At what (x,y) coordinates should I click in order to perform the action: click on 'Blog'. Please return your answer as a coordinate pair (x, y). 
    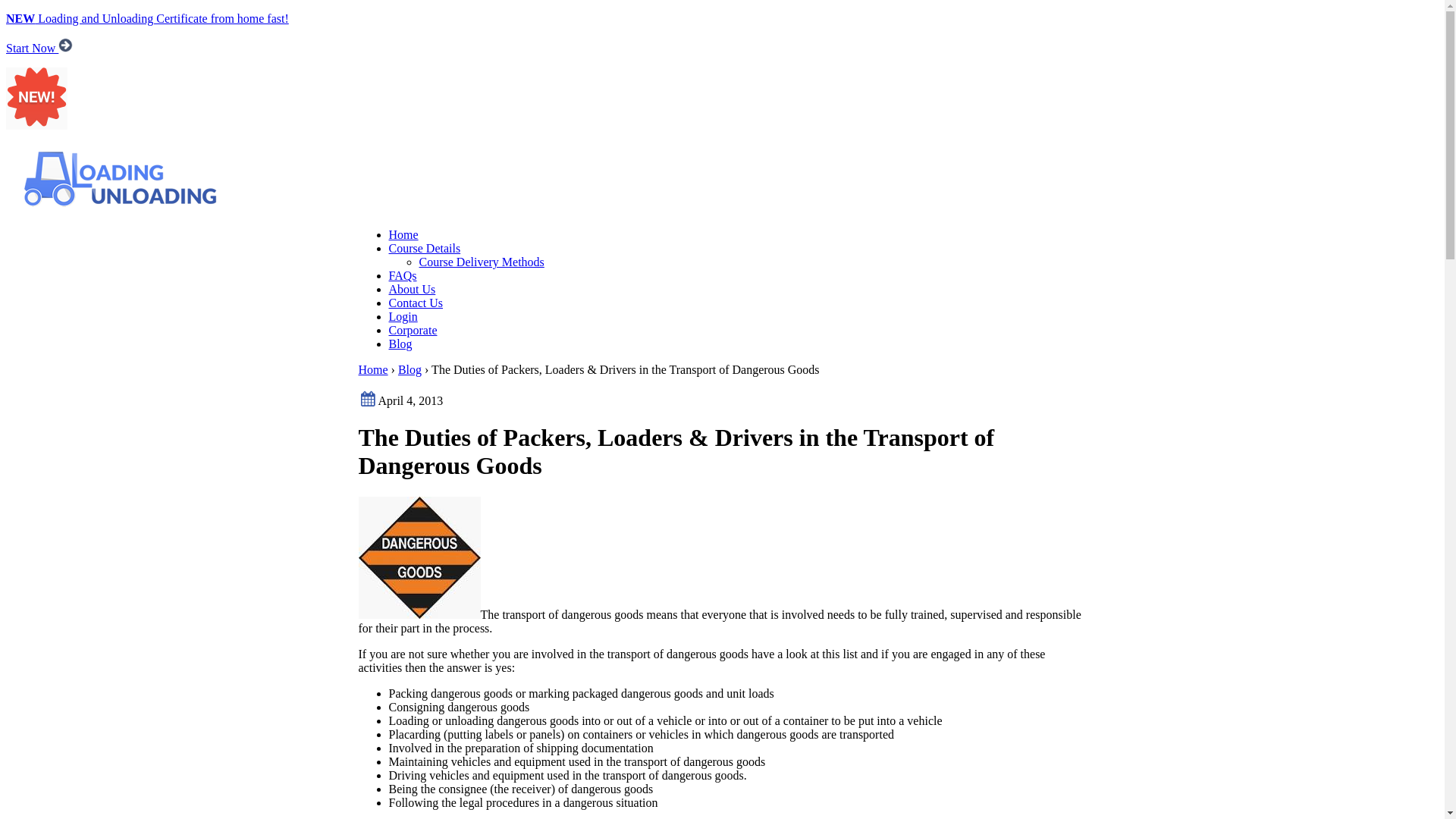
    Looking at the image, I should click on (400, 344).